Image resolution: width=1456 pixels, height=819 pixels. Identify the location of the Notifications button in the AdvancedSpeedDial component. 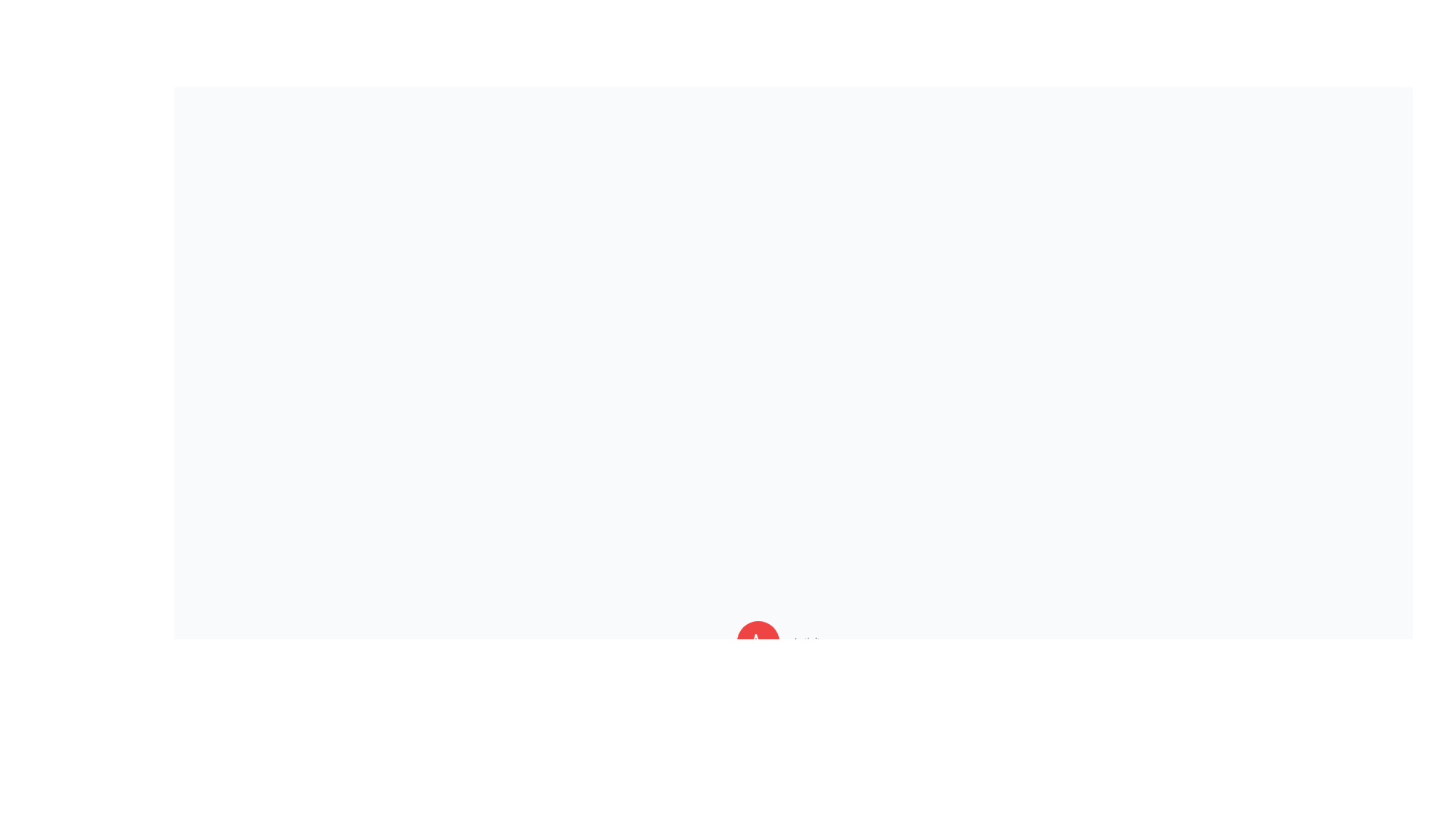
(758, 696).